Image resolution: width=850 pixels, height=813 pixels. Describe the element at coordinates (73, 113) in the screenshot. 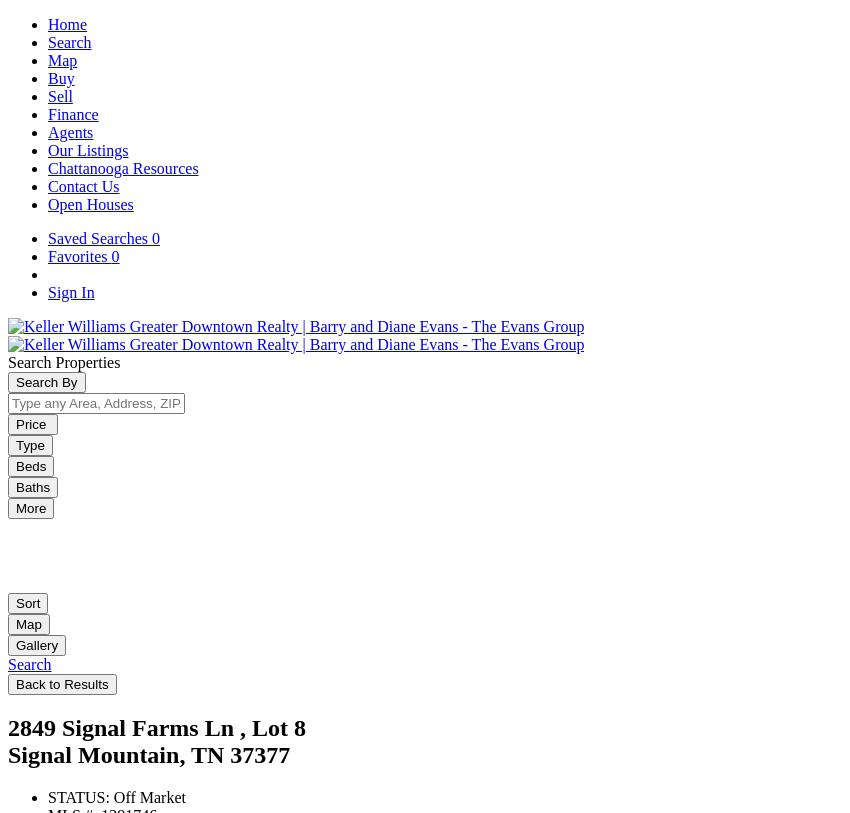

I see `'Finance'` at that location.